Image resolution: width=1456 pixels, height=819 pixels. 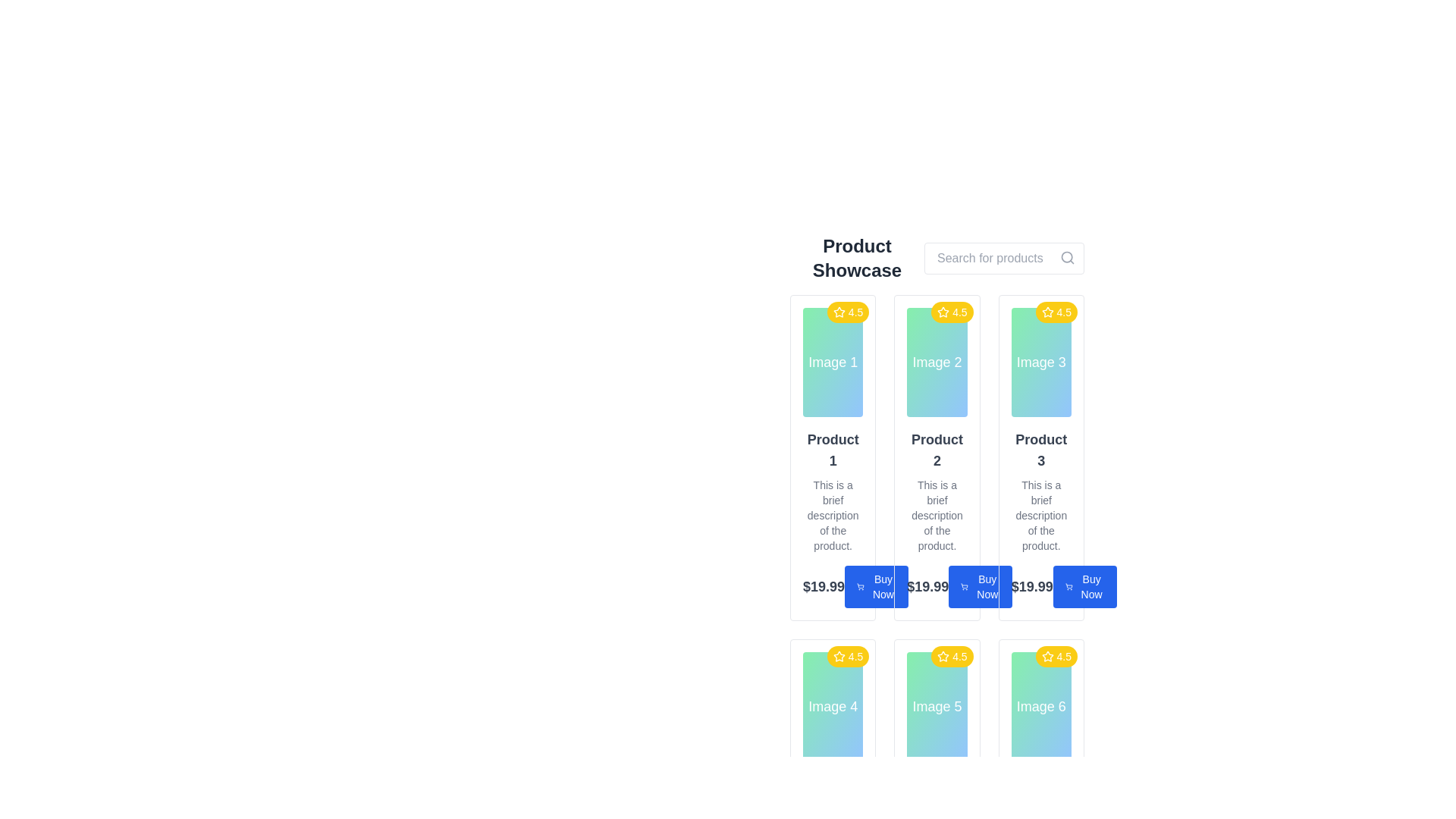 What do you see at coordinates (832, 362) in the screenshot?
I see `the product image placeholder component located at the top of the first card in the grid layout` at bounding box center [832, 362].